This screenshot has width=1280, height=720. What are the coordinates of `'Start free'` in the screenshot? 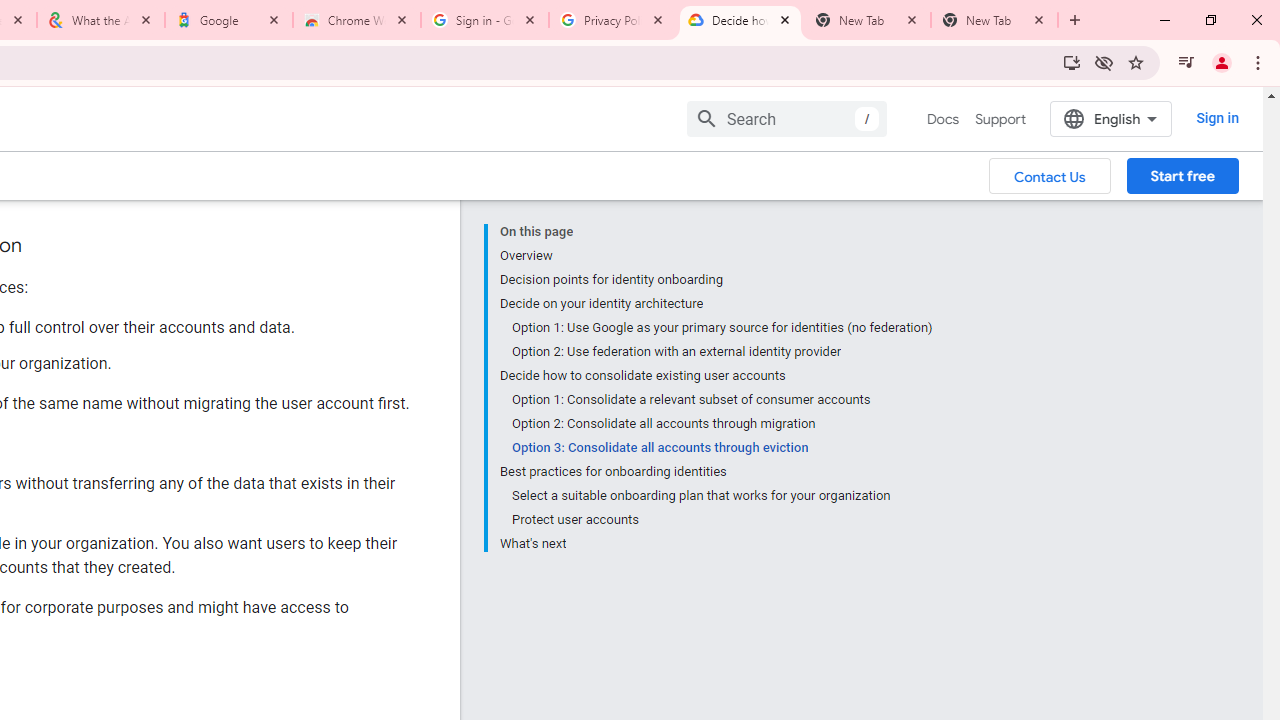 It's located at (1182, 174).